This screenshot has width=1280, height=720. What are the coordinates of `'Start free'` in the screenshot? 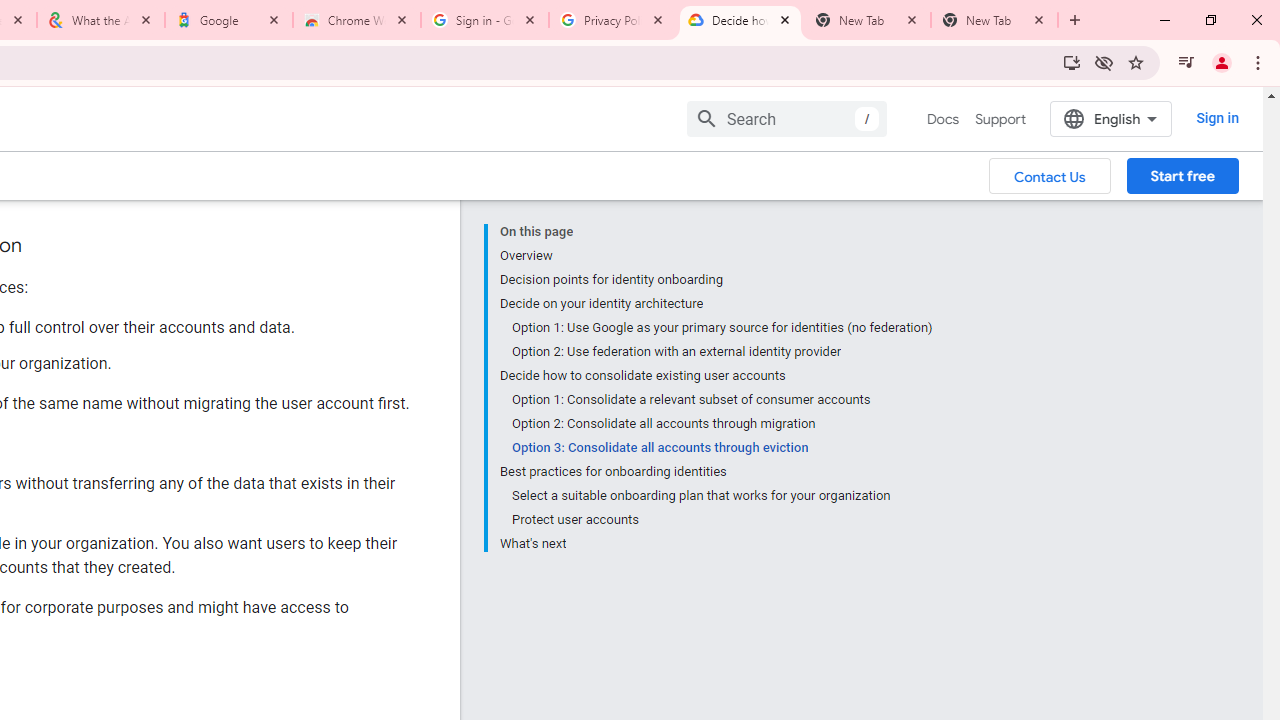 It's located at (1182, 174).